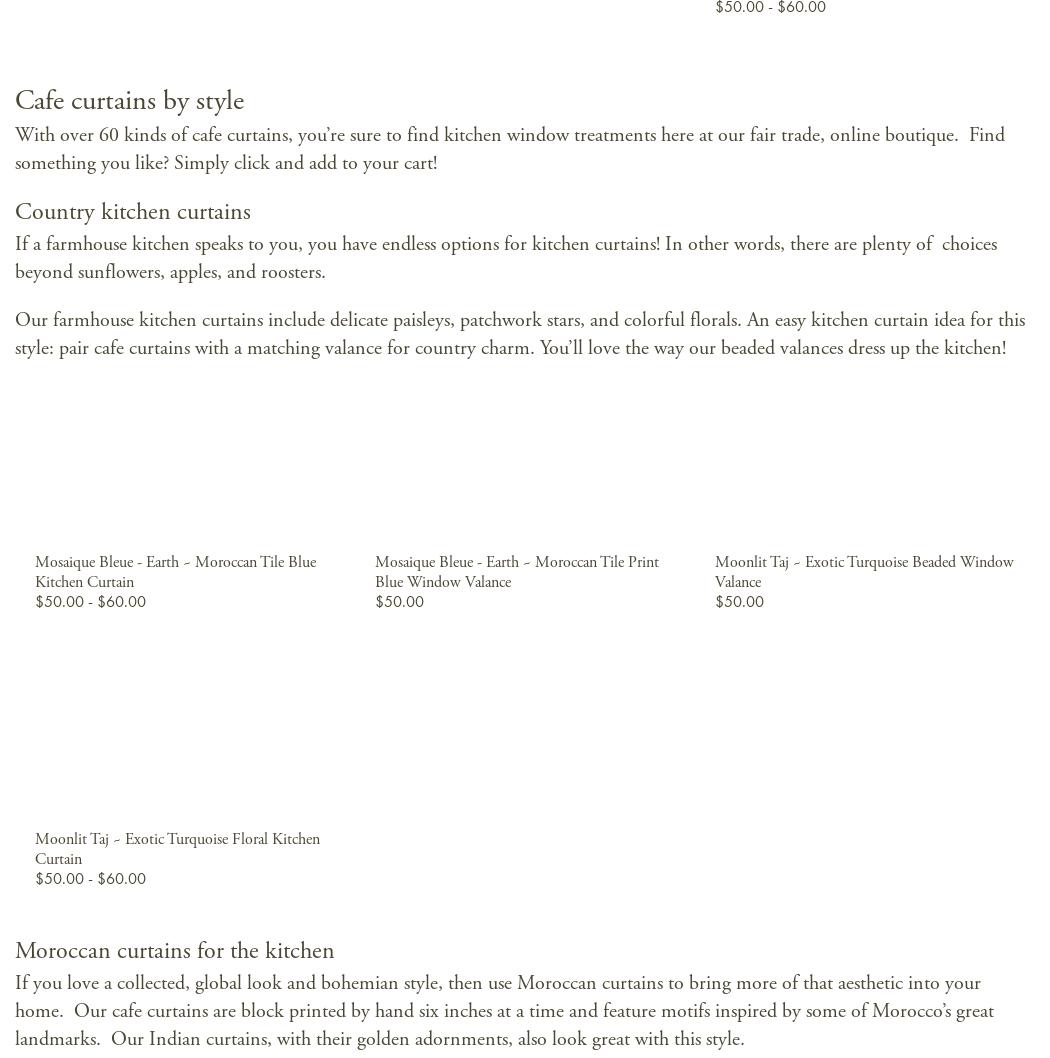  I want to click on 'If you love a collected, global look and bohemian style, then use Moroccan curtains to bring more of that aesthetic into your home.  Our cafe curtains are block printed by hand six inches at a time and feature motifs inspired by some of Morocco’s great landmarks.  Our Indian curtains, with their golden adornments, also look great with this style.', so click(503, 1009).